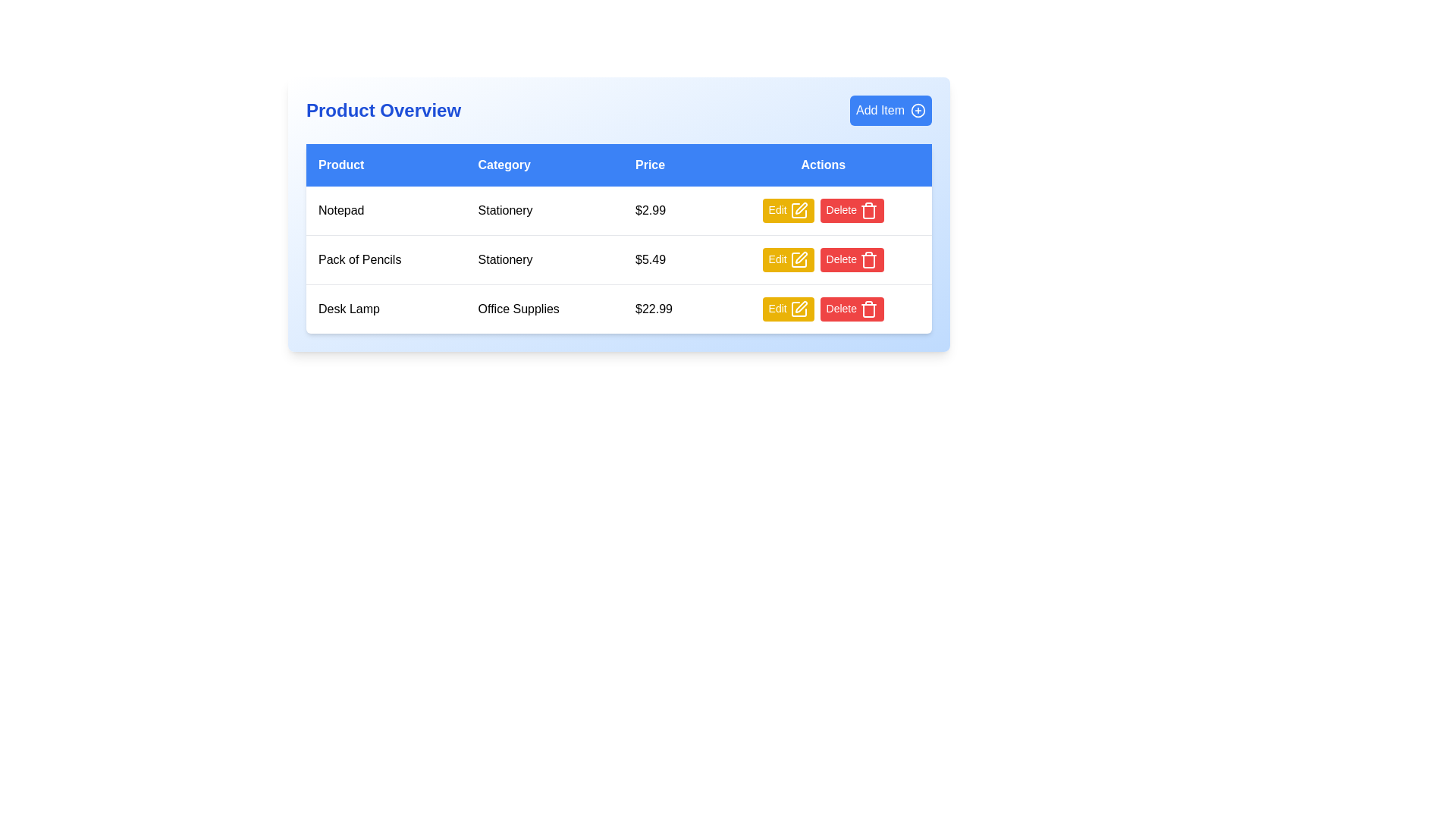 Image resolution: width=1456 pixels, height=819 pixels. Describe the element at coordinates (788, 210) in the screenshot. I see `the 'Edit' button, which is a rectangular button with rounded edges, yellow background, and white text, located in the 'Actions' column for the 'Notepad' row` at that location.